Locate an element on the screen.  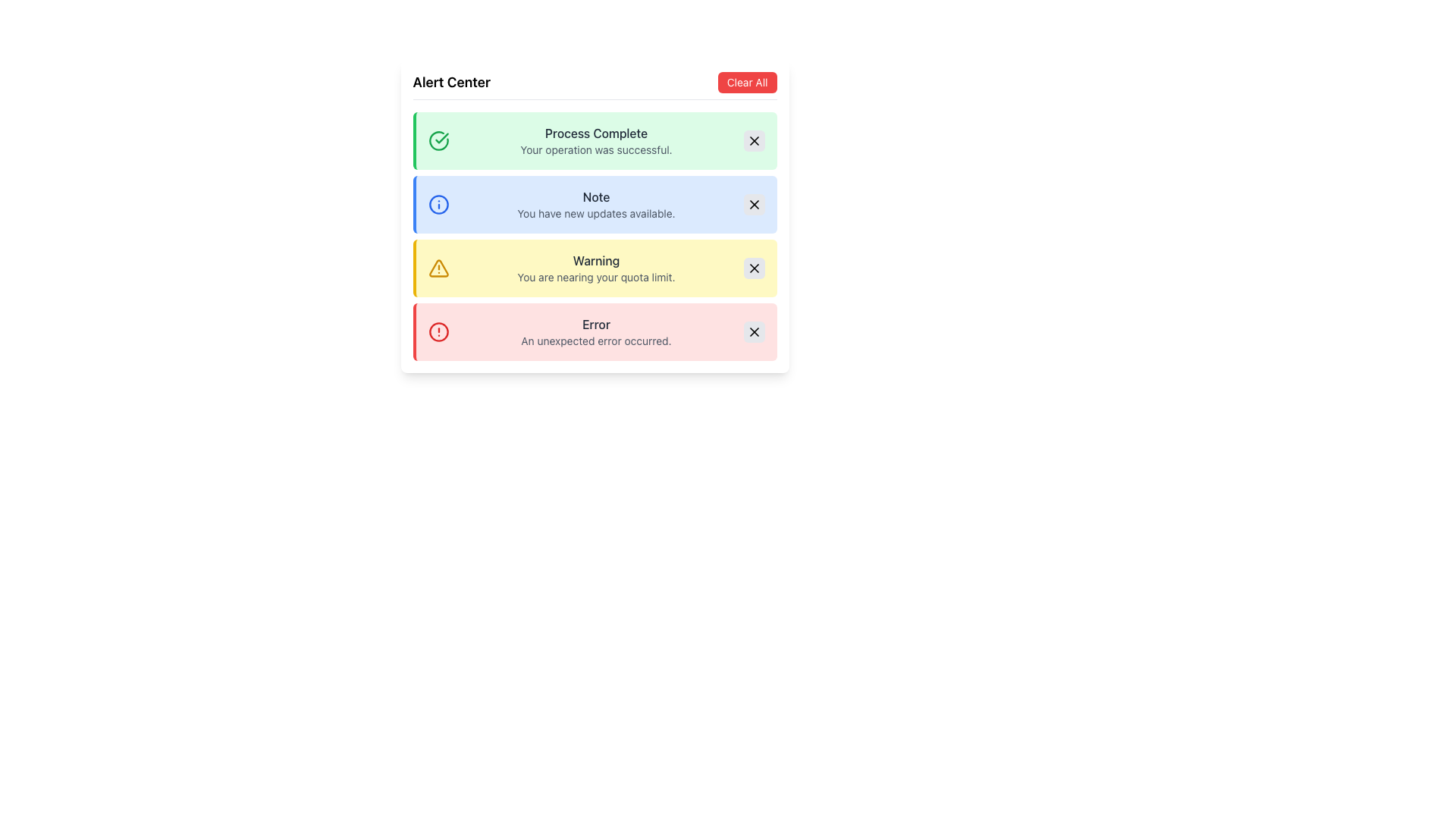
the second 'X' icon button from the top in the alert component is located at coordinates (754, 205).